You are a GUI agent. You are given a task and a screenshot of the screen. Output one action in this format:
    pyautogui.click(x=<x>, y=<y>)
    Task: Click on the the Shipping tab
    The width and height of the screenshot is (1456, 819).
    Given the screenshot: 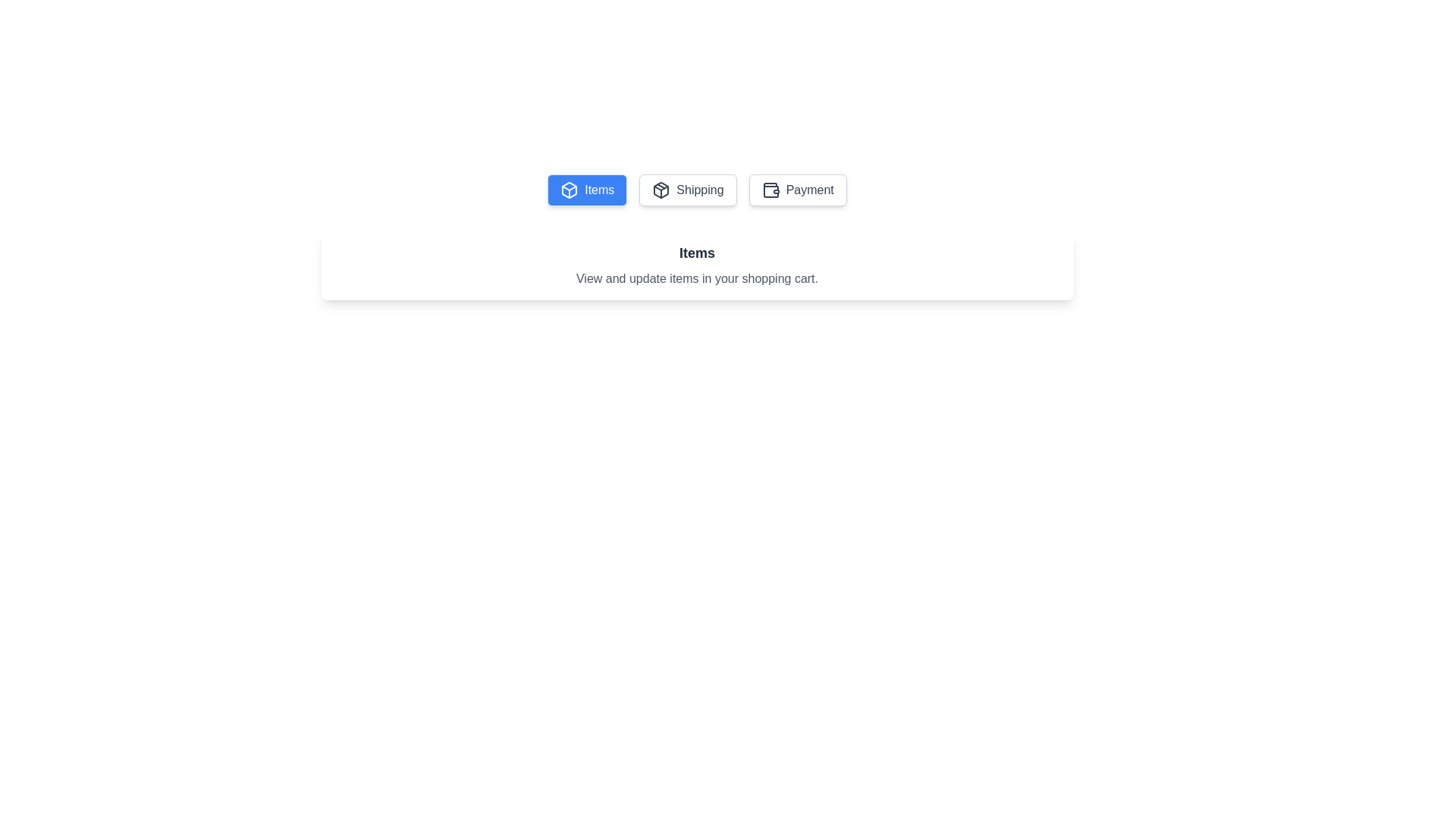 What is the action you would take?
    pyautogui.click(x=687, y=189)
    